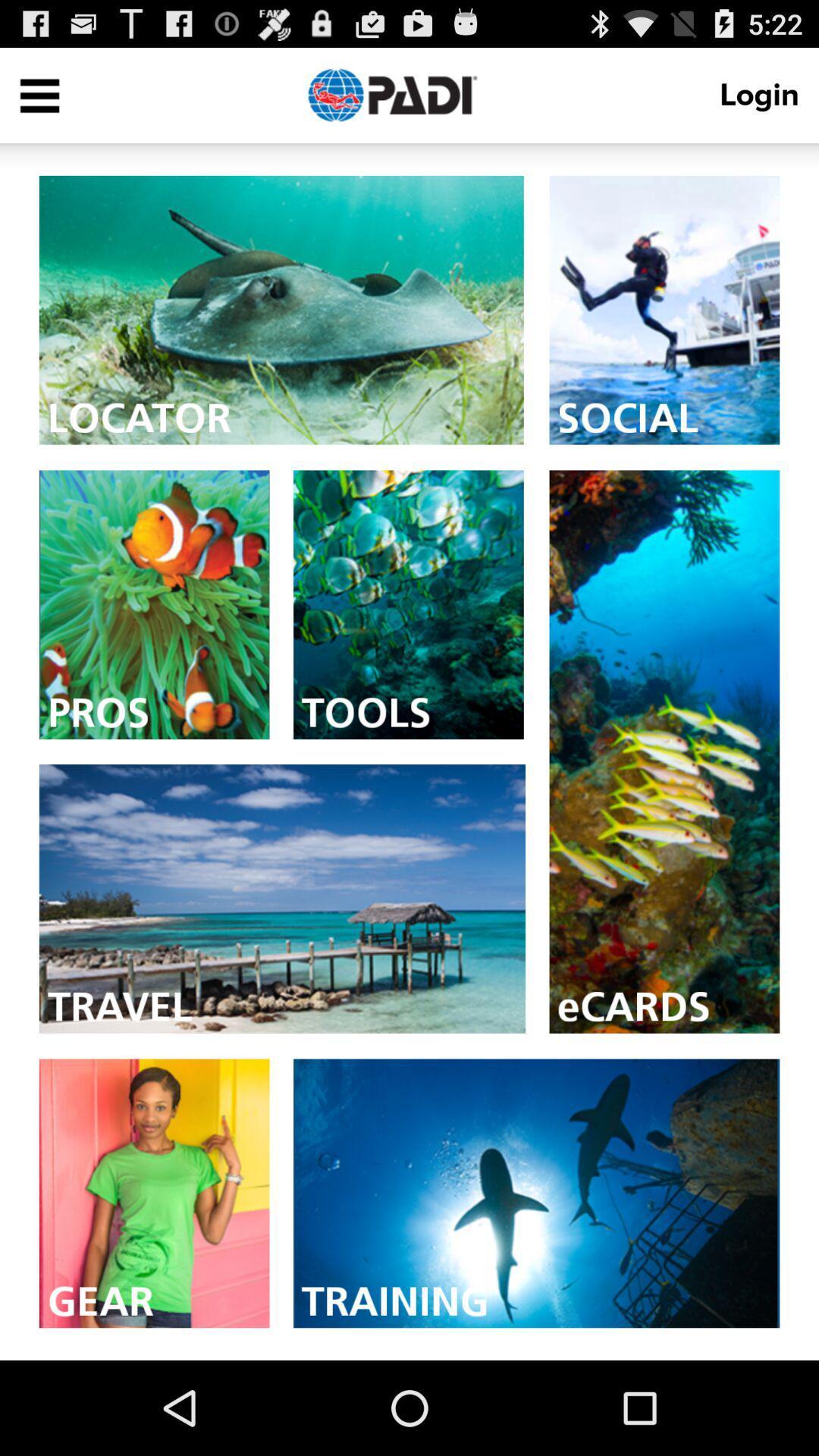  What do you see at coordinates (154, 1192) in the screenshot?
I see `check gears` at bounding box center [154, 1192].